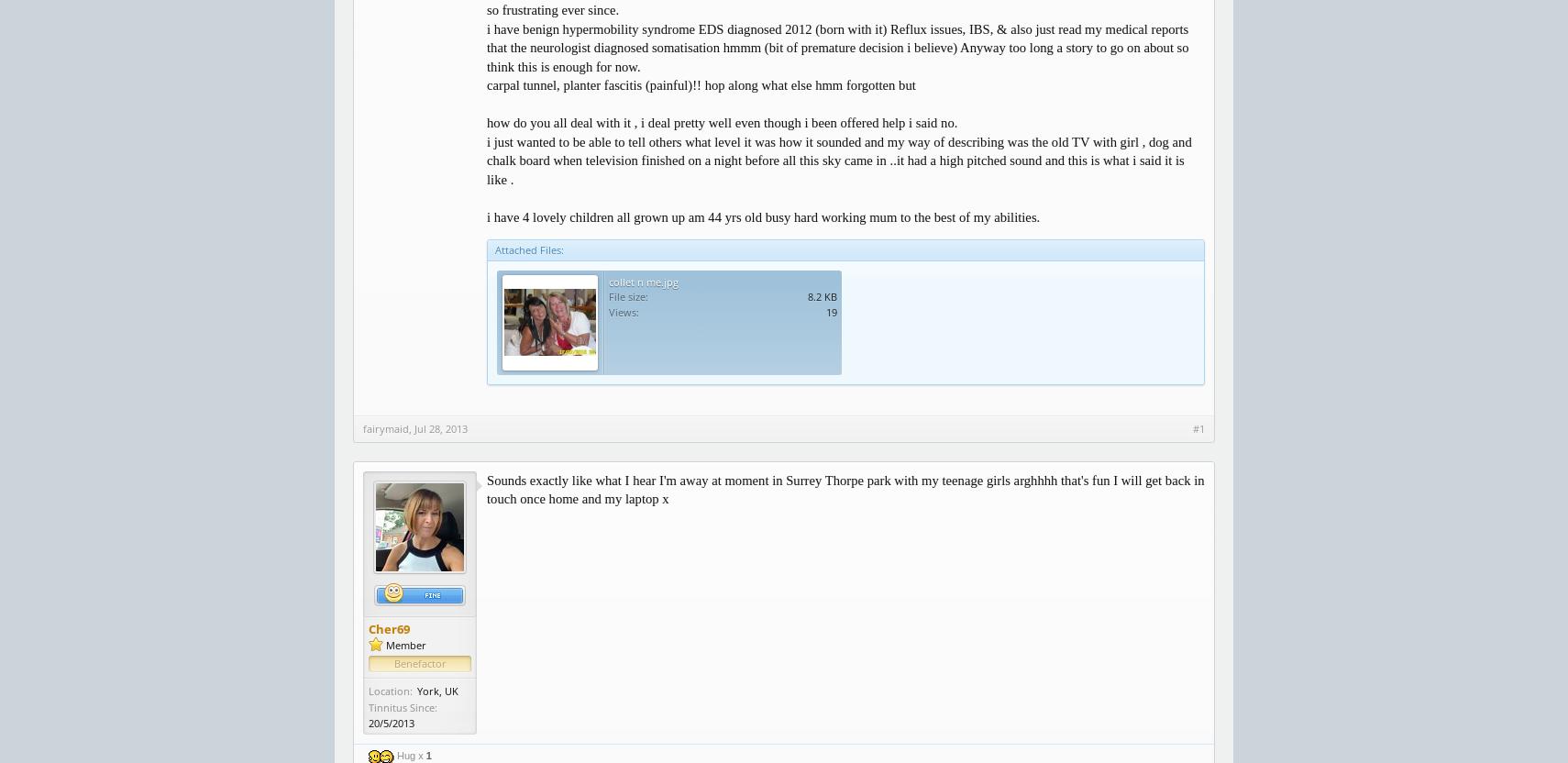 The height and width of the screenshot is (763, 1568). Describe the element at coordinates (486, 84) in the screenshot. I see `'carpal tunnel, planter fascitis (painful)!! hop along  what else hmm forgotten but'` at that location.